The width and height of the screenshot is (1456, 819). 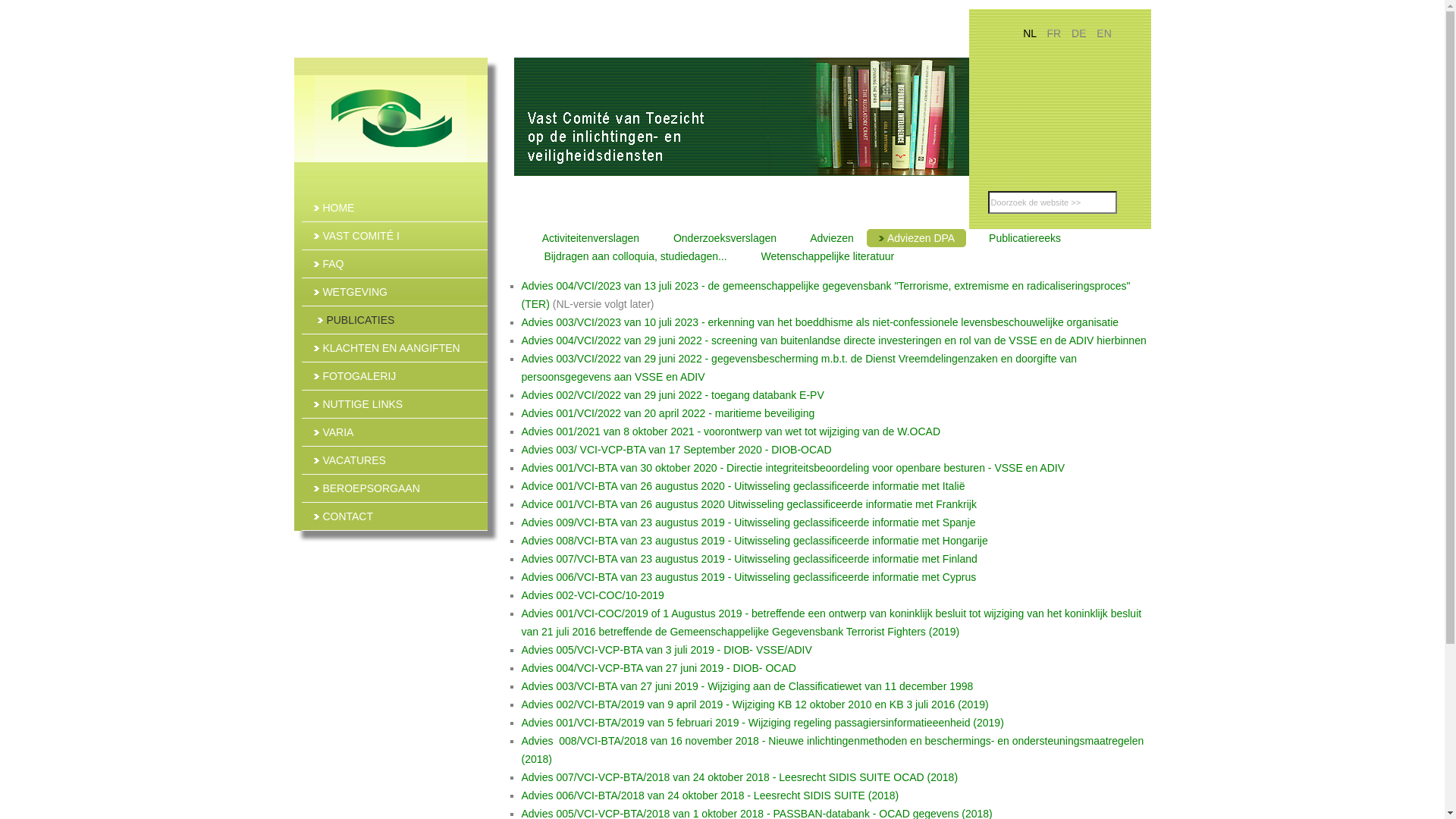 What do you see at coordinates (826, 237) in the screenshot?
I see `'Adviezen'` at bounding box center [826, 237].